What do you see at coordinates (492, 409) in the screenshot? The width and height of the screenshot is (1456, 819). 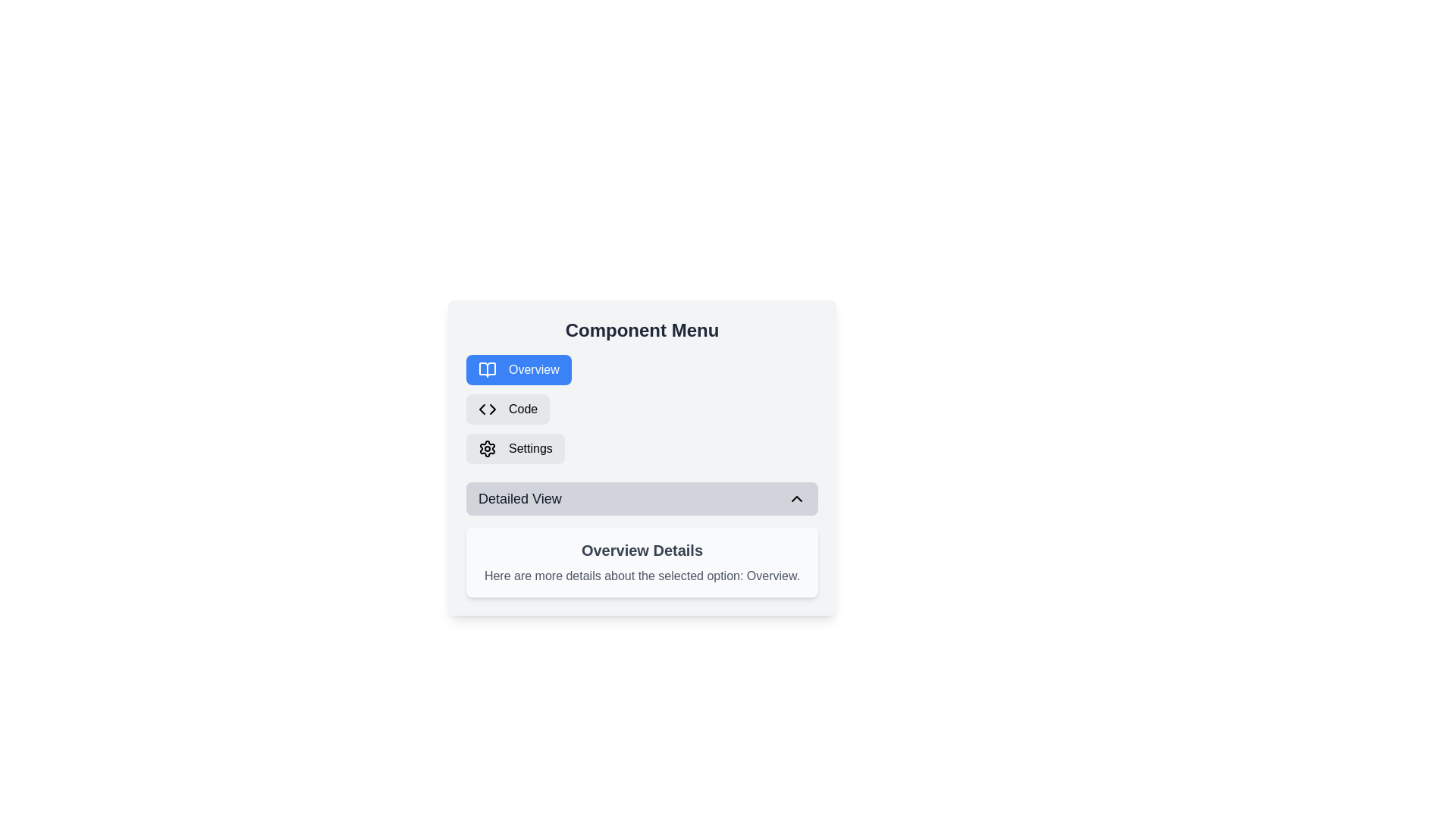 I see `the right-pointing caret symbol of the code-related function icon group, positioned between the 'Overview' and 'Settings' buttons` at bounding box center [492, 409].